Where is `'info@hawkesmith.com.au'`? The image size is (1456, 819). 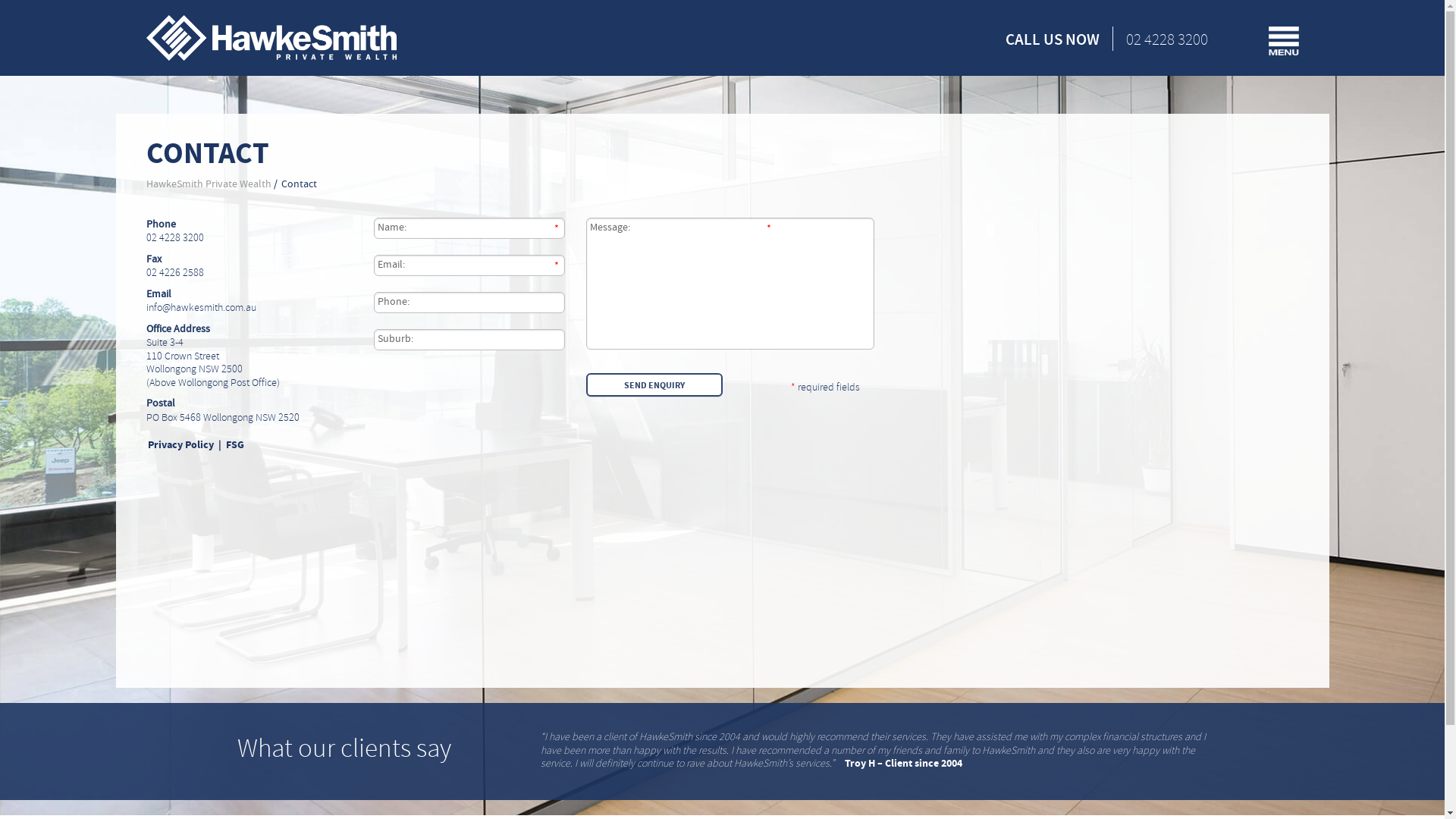 'info@hawkesmith.com.au' is located at coordinates (199, 307).